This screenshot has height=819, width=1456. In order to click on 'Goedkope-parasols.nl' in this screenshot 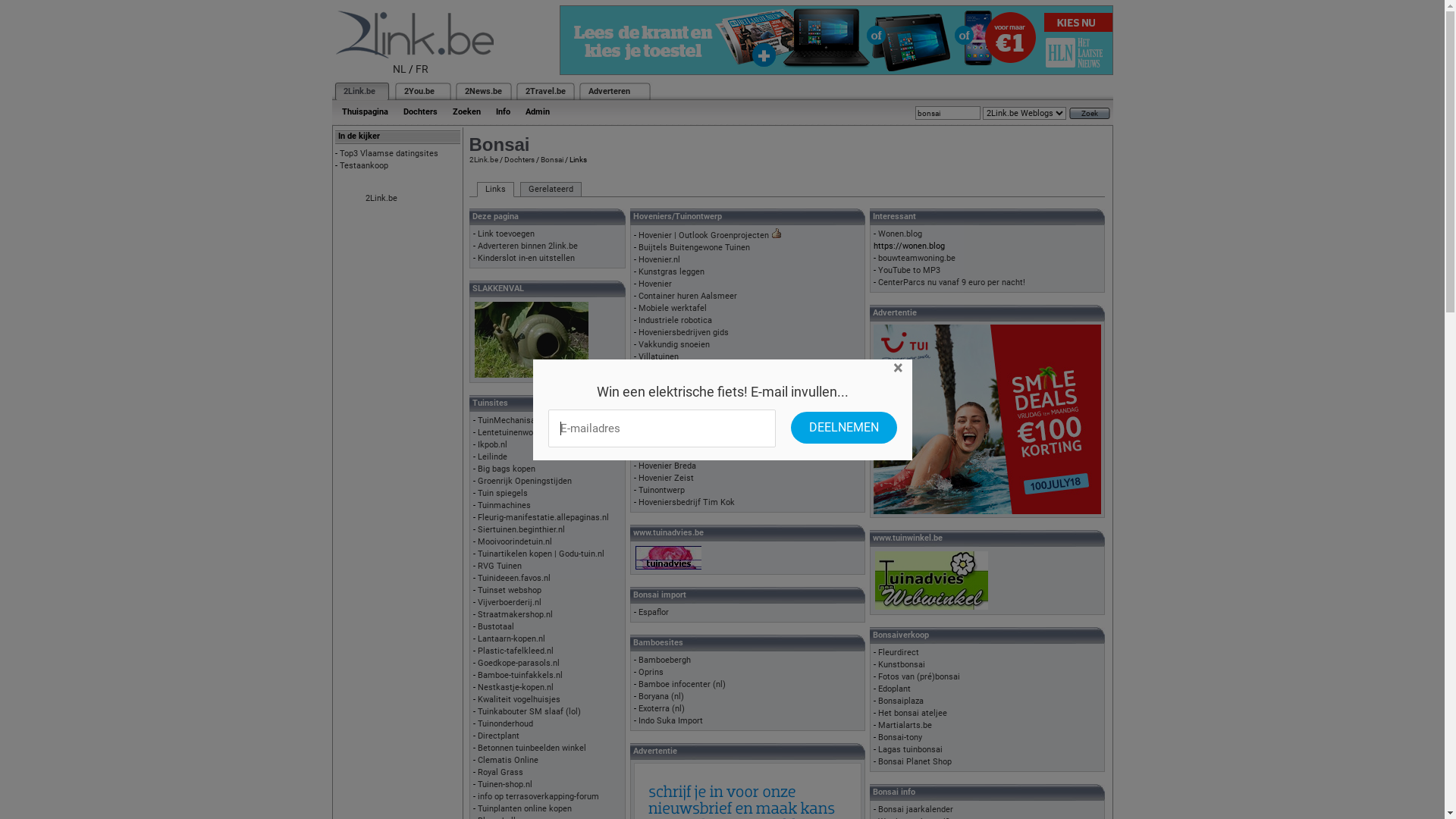, I will do `click(519, 662)`.